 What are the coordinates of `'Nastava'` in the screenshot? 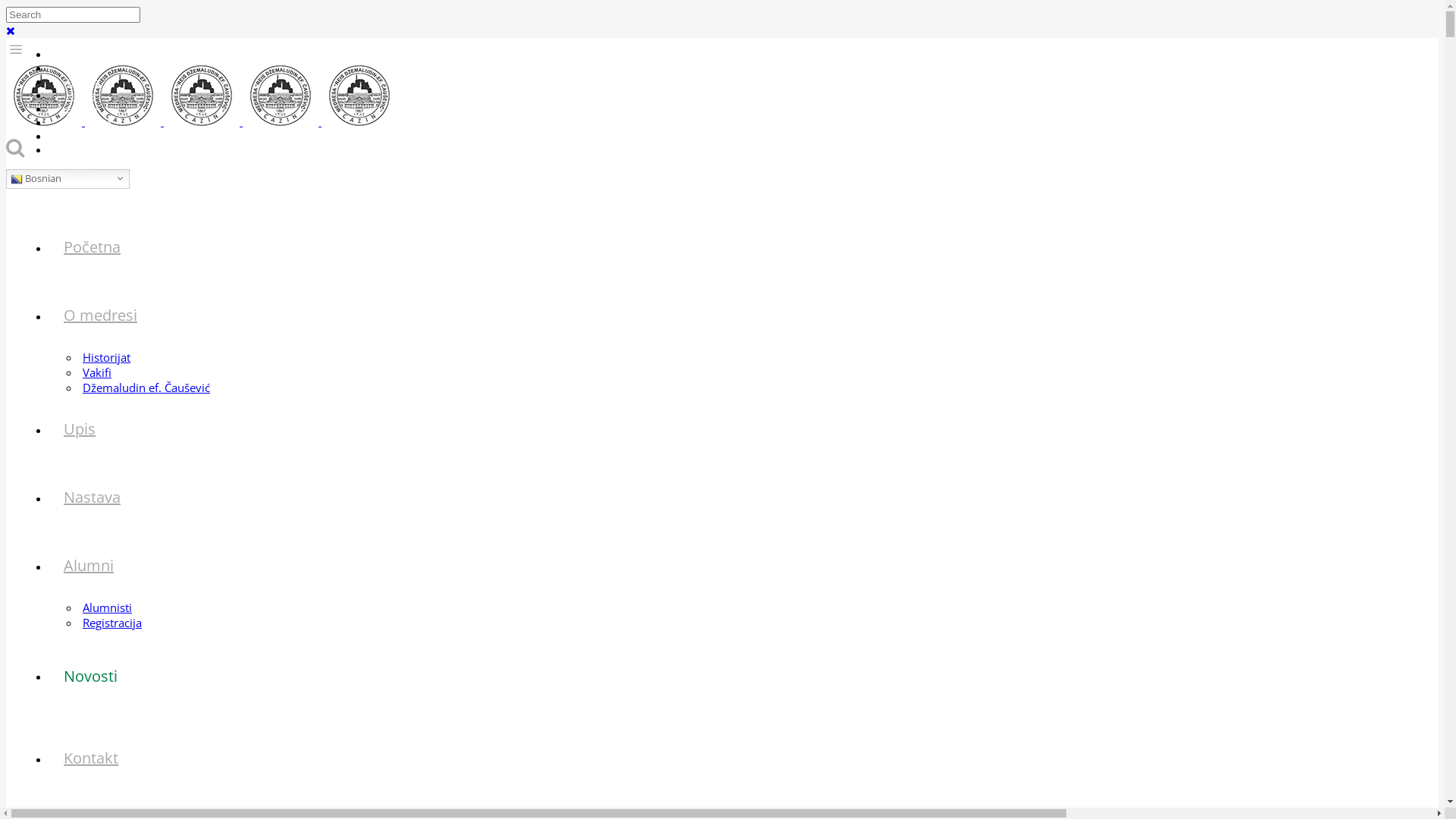 It's located at (91, 497).